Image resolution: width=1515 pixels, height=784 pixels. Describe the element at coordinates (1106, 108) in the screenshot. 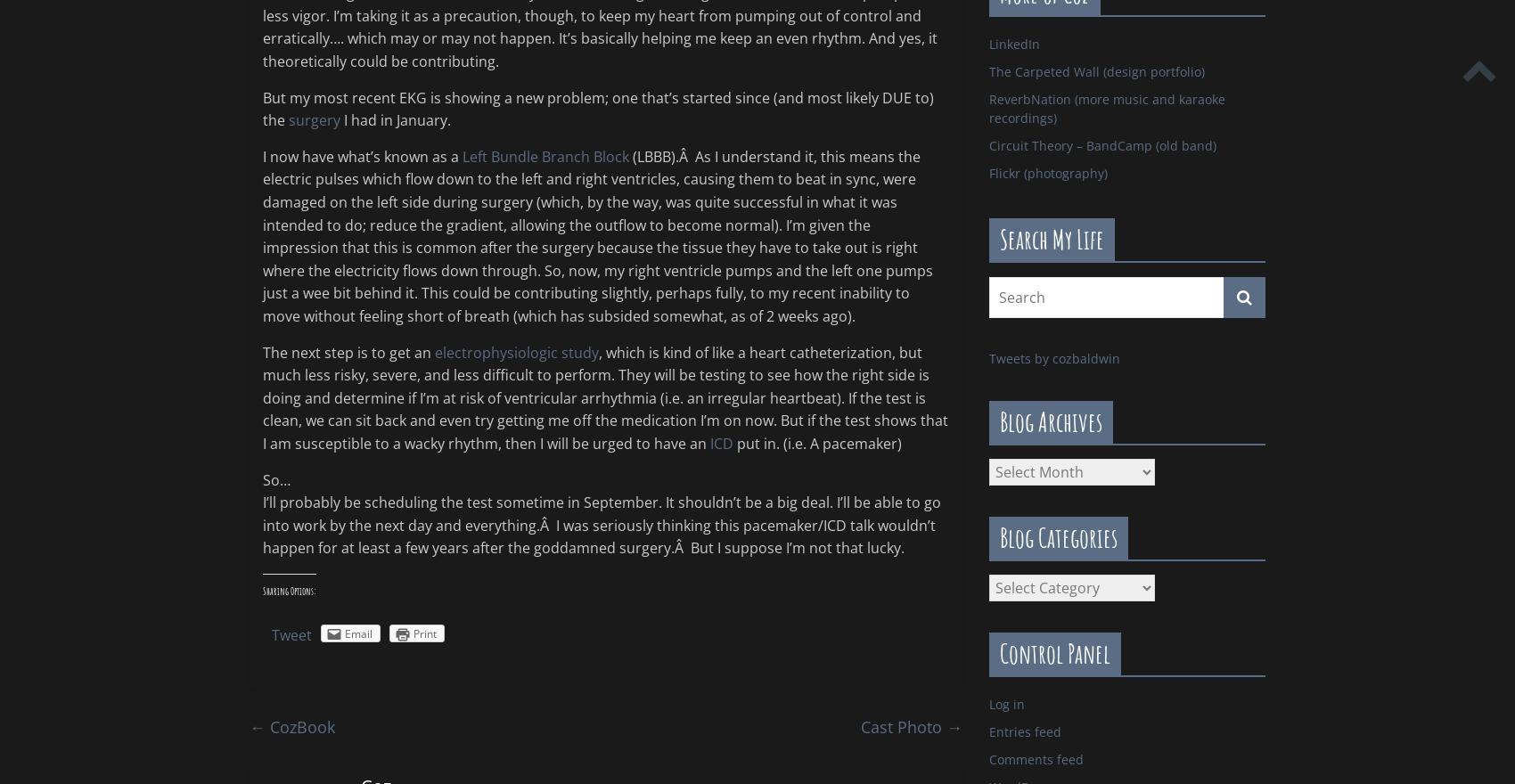

I see `'ReverbNation (more music and karaoke recordings)'` at that location.